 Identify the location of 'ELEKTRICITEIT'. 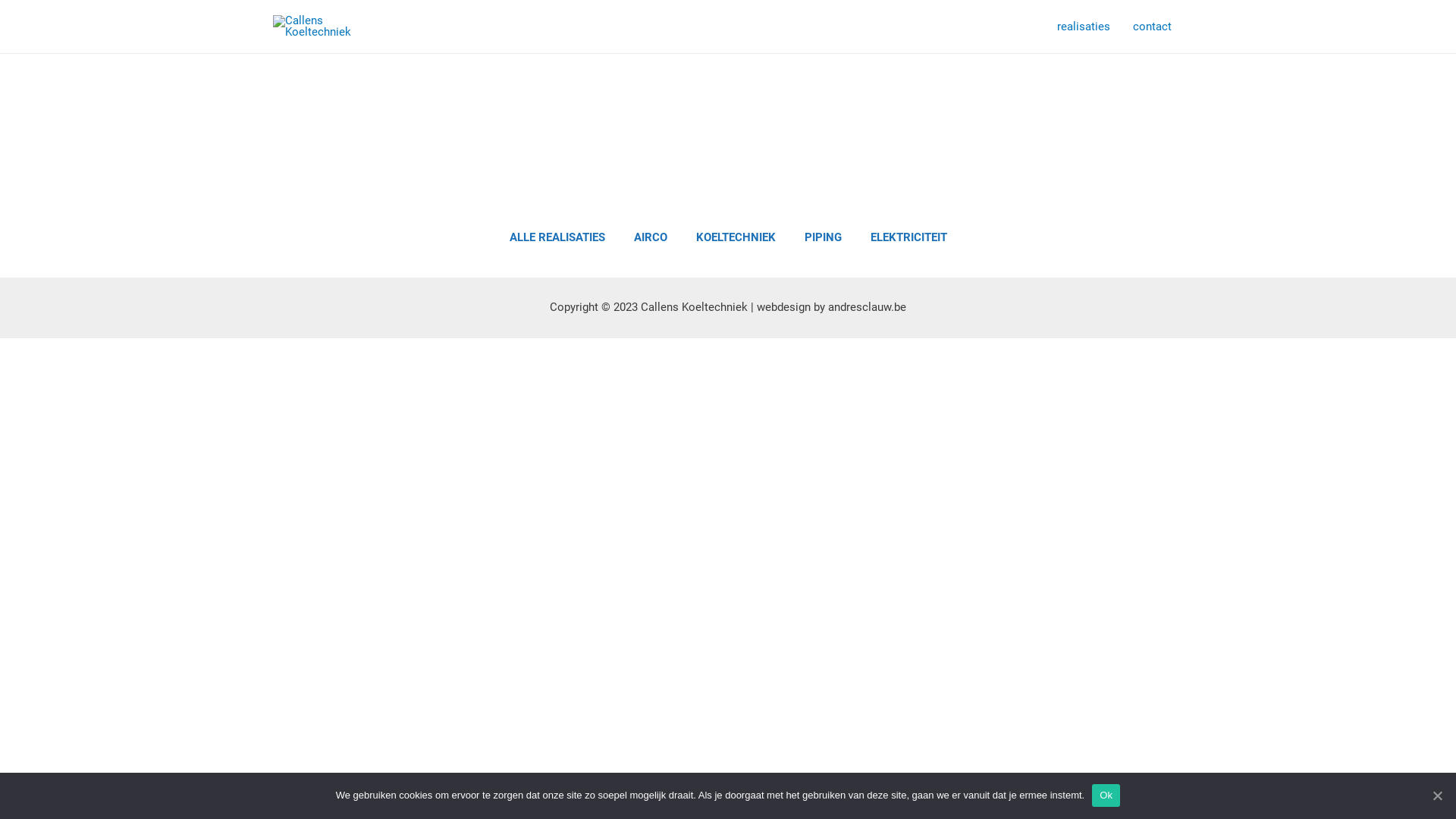
(908, 237).